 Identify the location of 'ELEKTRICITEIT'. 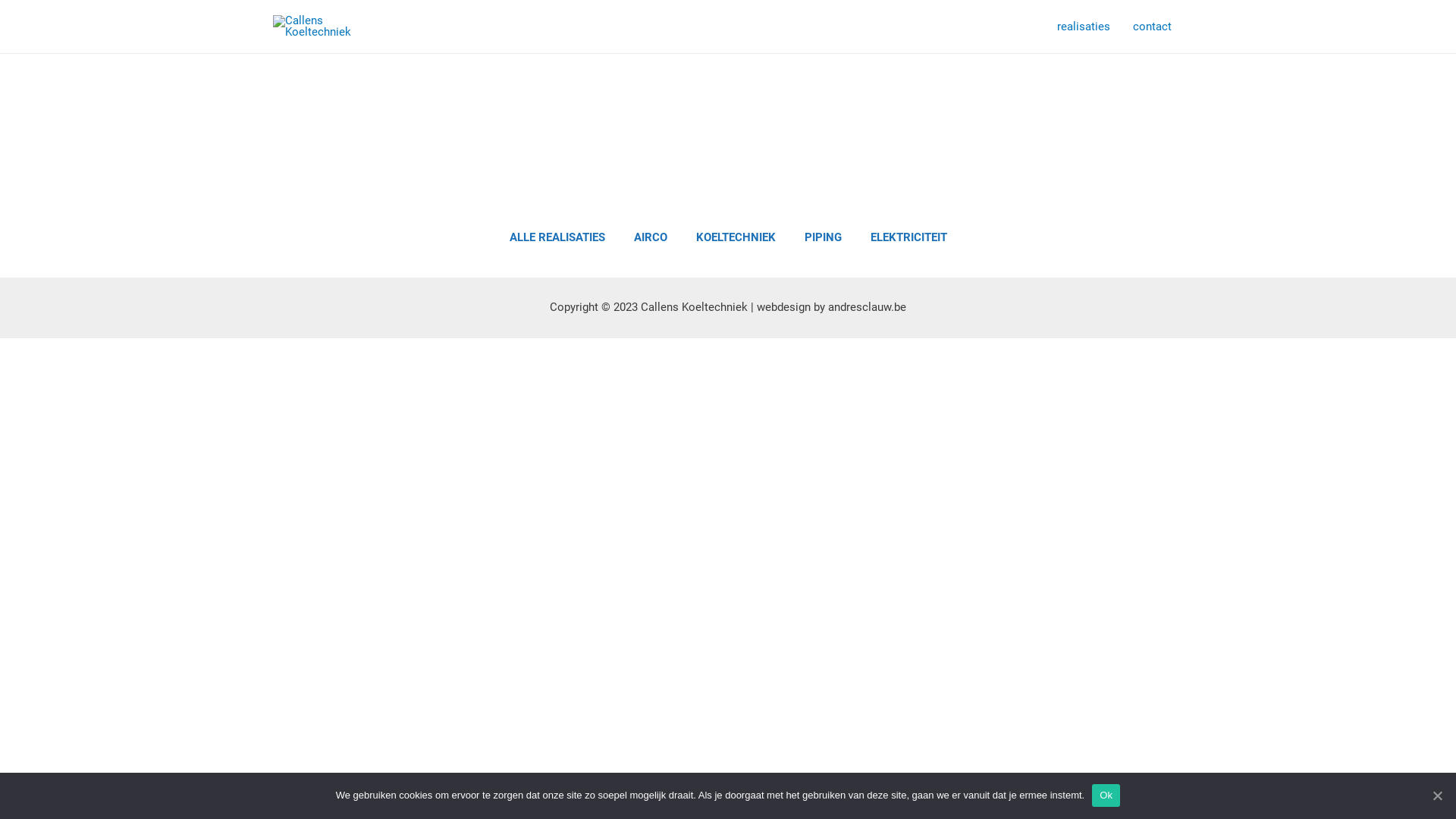
(908, 237).